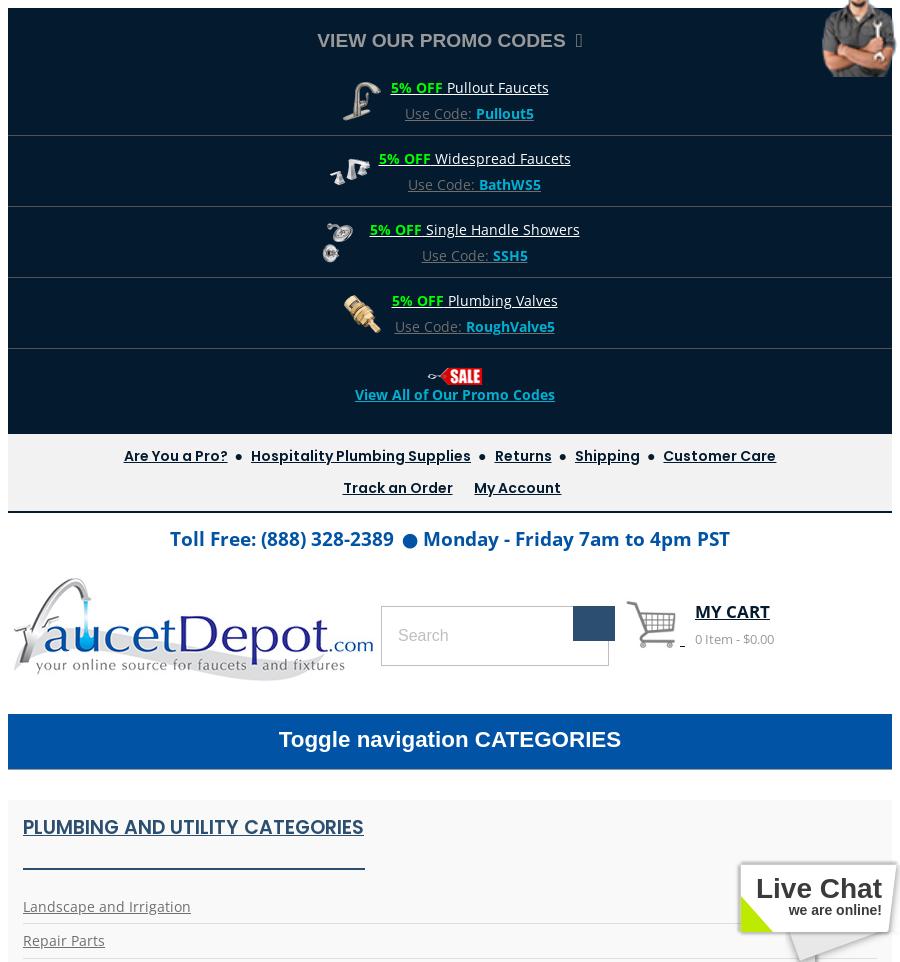 The height and width of the screenshot is (962, 900). I want to click on 'BathWS5', so click(509, 183).